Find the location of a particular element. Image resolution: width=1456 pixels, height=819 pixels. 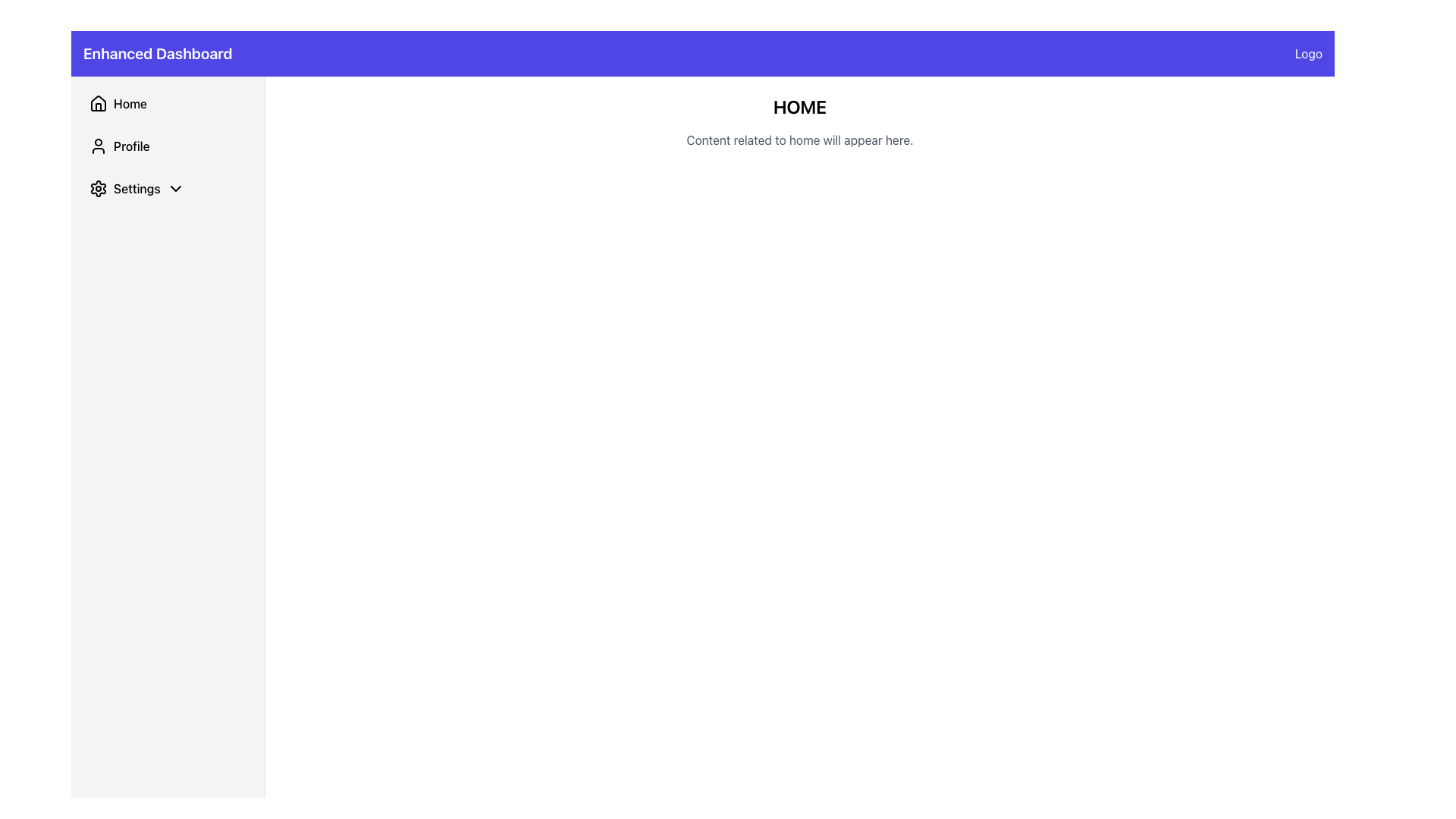

the user profile icon, which is represented as a simple human figure outline with a black outline, located in the left vertical navigation panel next to the 'Profile' text is located at coordinates (97, 146).